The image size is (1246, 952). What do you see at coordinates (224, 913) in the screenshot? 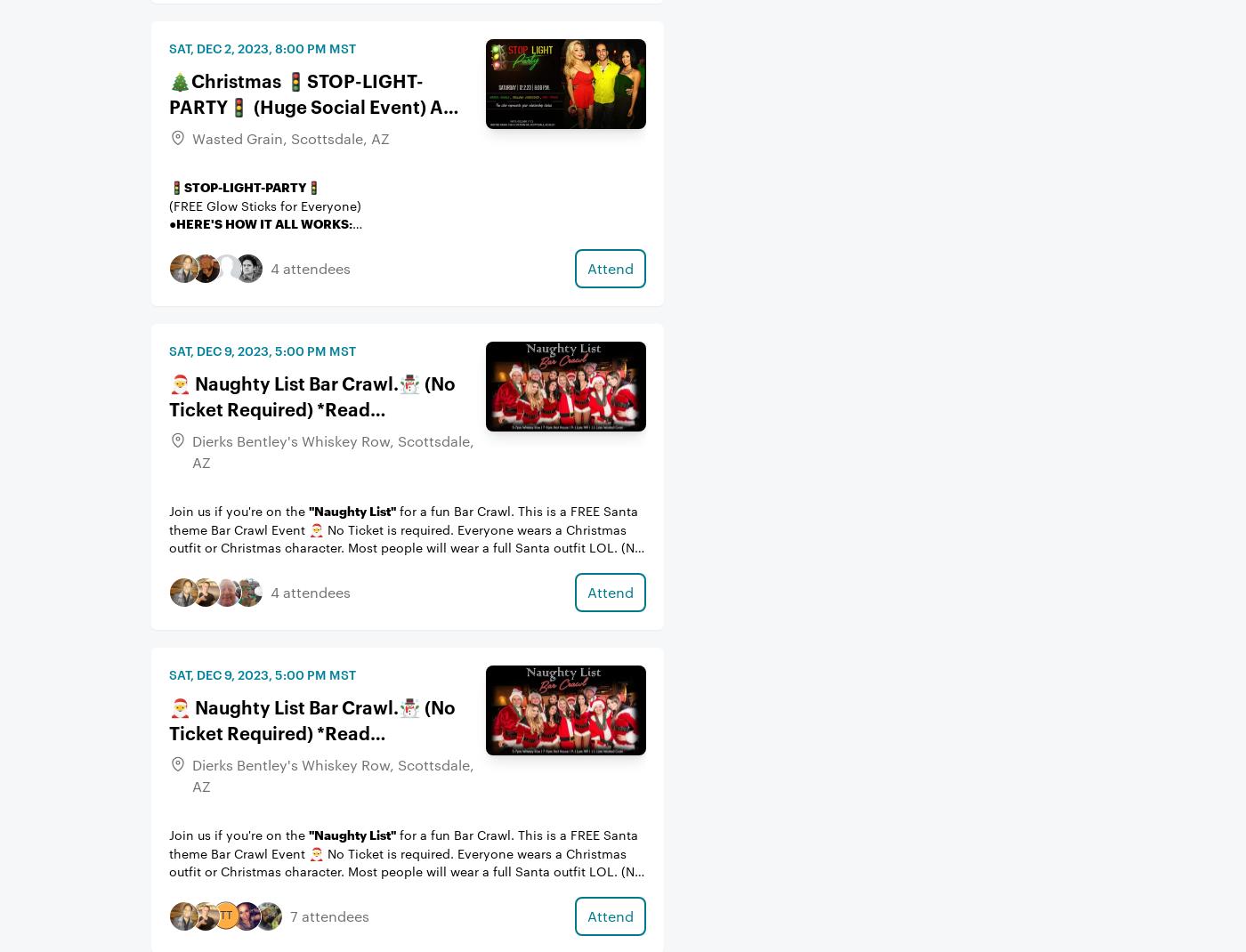
I see `'TT'` at bounding box center [224, 913].